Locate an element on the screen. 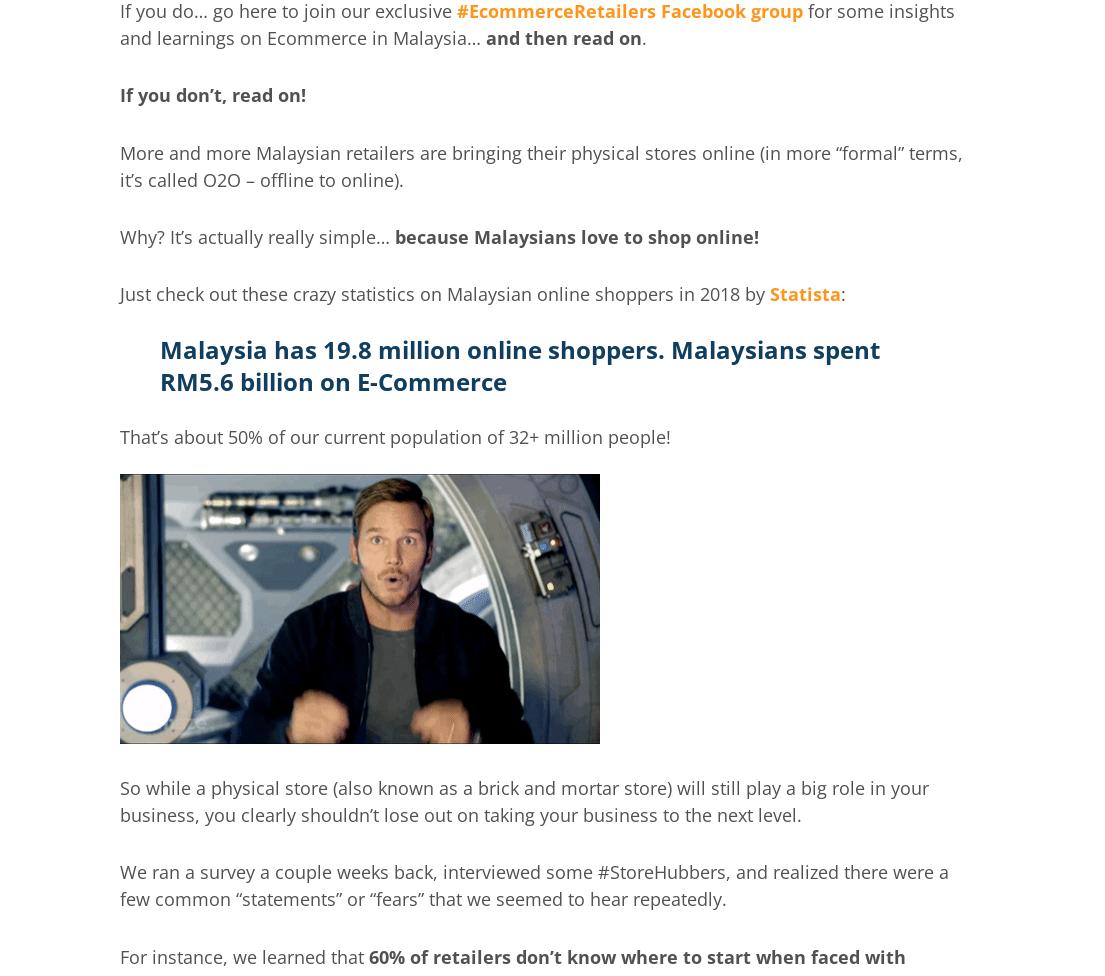 This screenshot has height=976, width=1105. 'If you don’t, read on!' is located at coordinates (212, 94).